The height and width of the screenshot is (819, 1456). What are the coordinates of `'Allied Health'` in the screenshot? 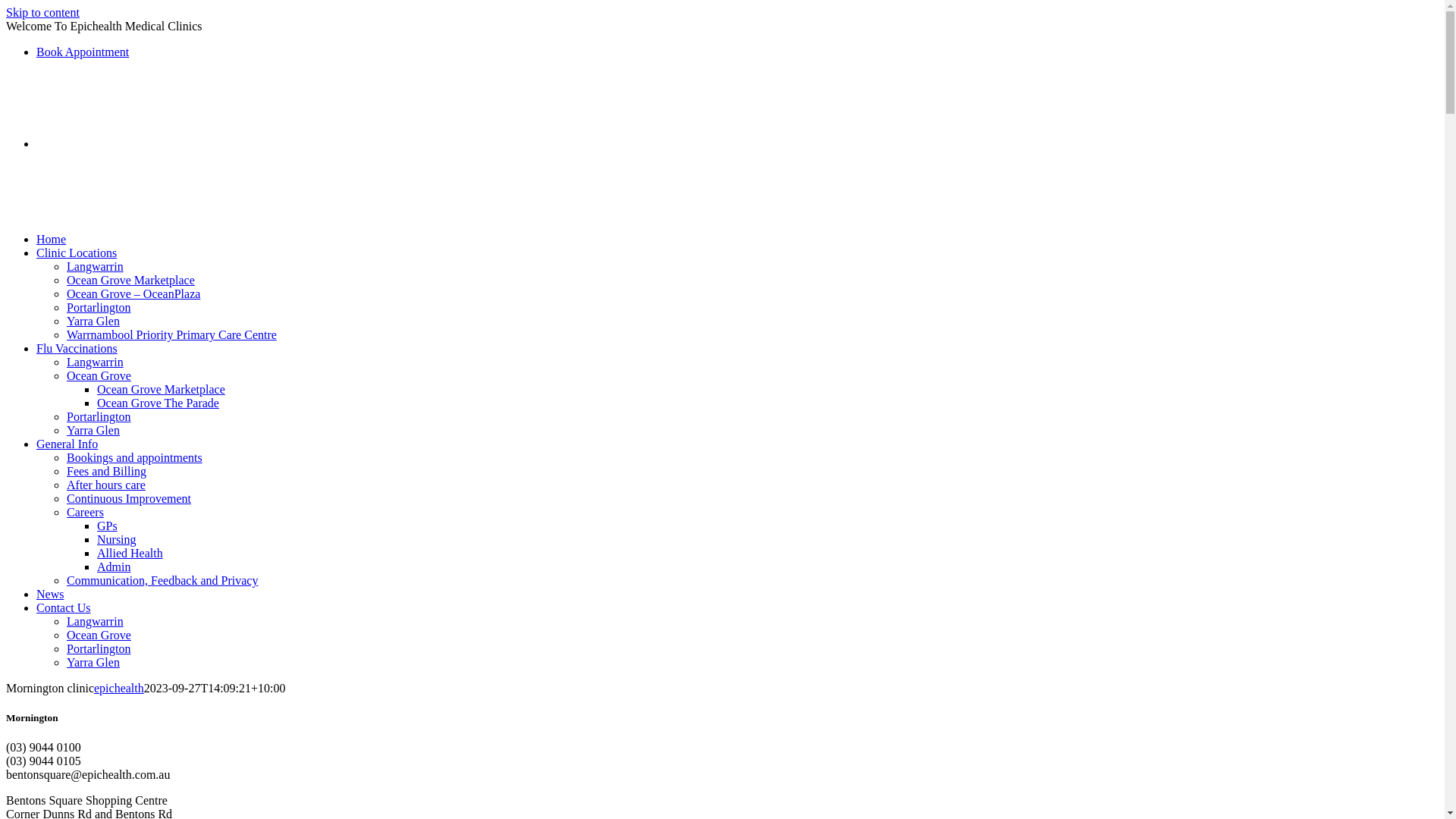 It's located at (130, 553).